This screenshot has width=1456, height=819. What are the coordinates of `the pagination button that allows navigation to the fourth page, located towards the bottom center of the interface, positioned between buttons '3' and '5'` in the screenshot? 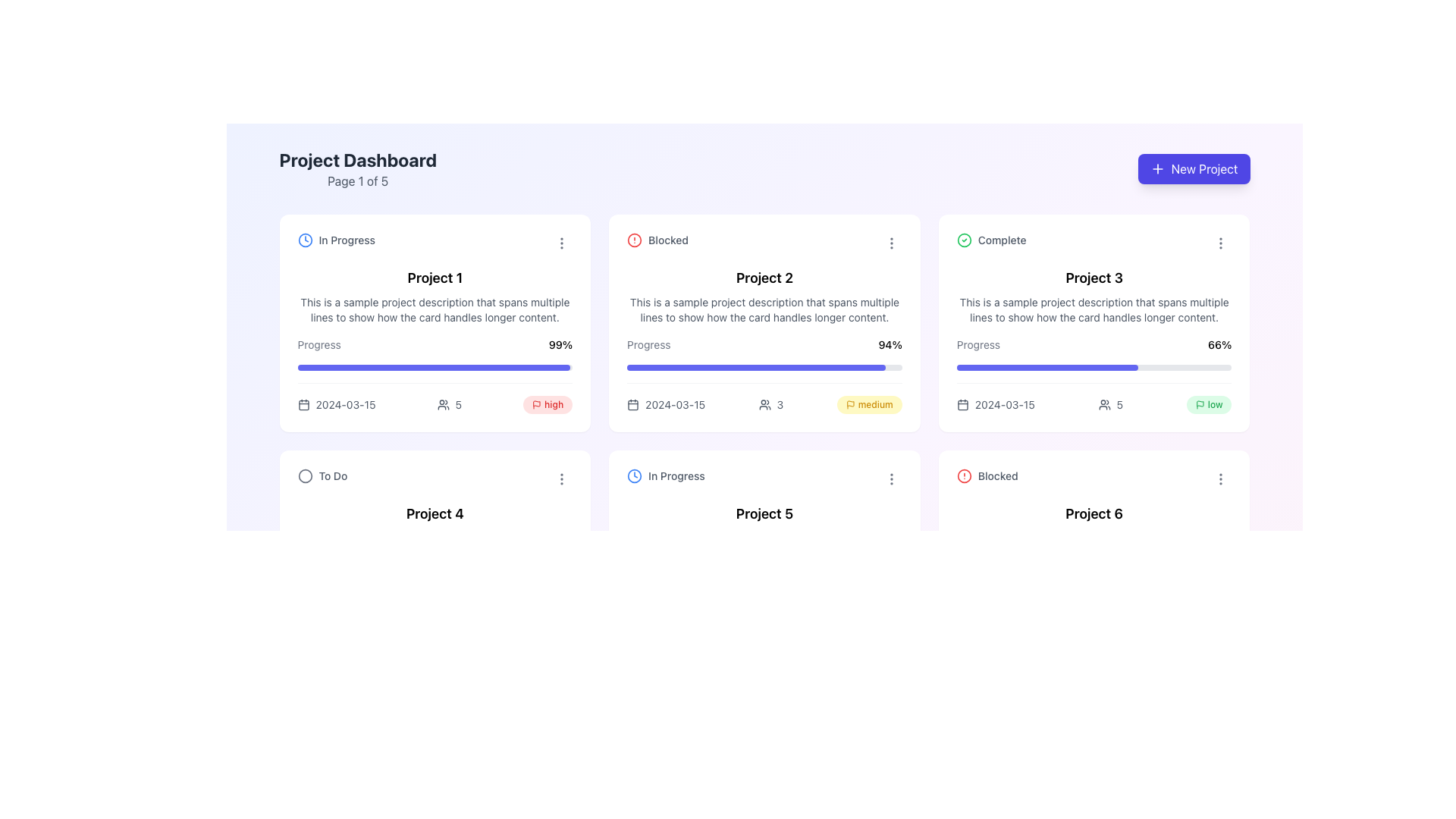 It's located at (811, 708).